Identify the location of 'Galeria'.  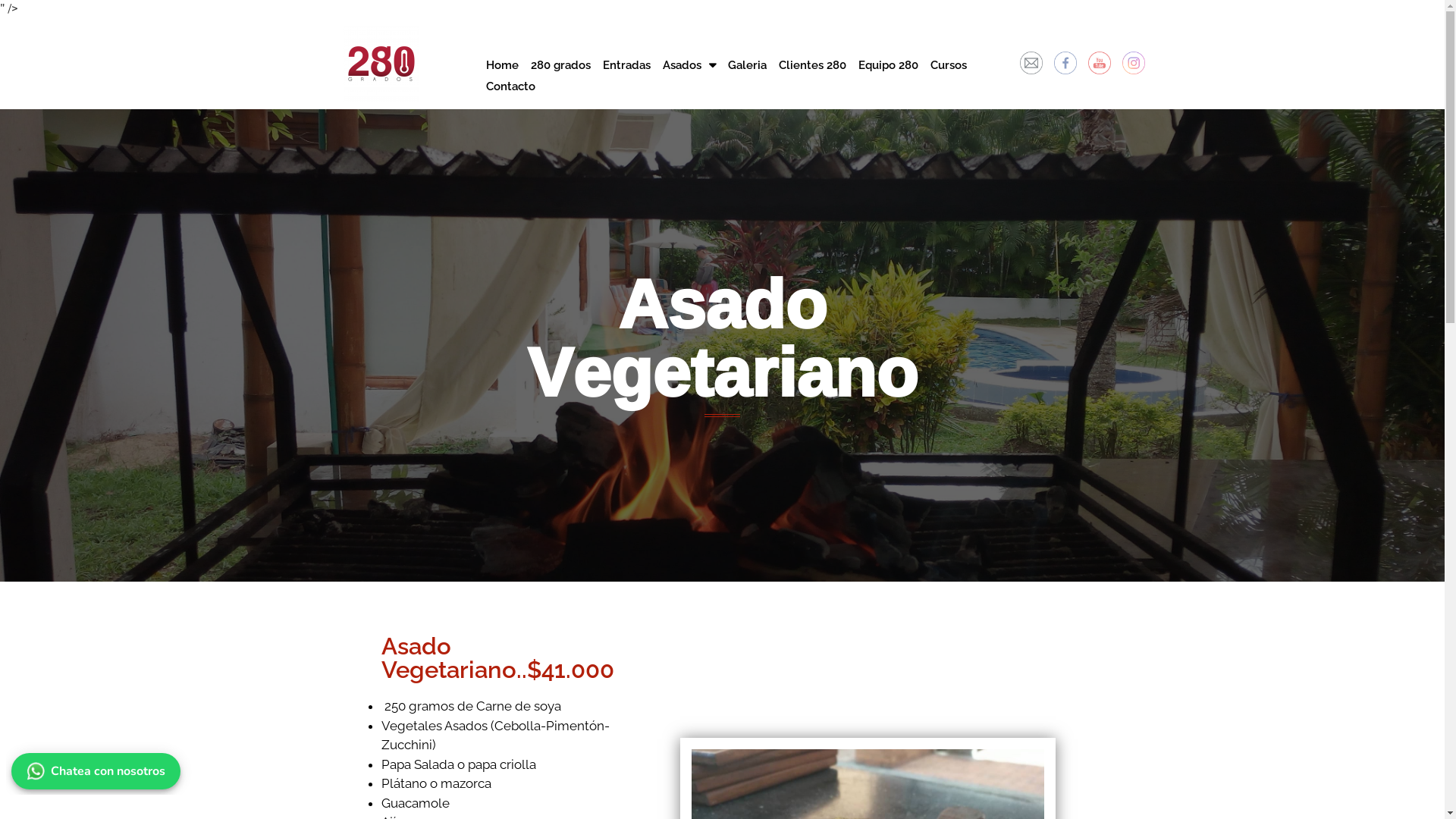
(747, 64).